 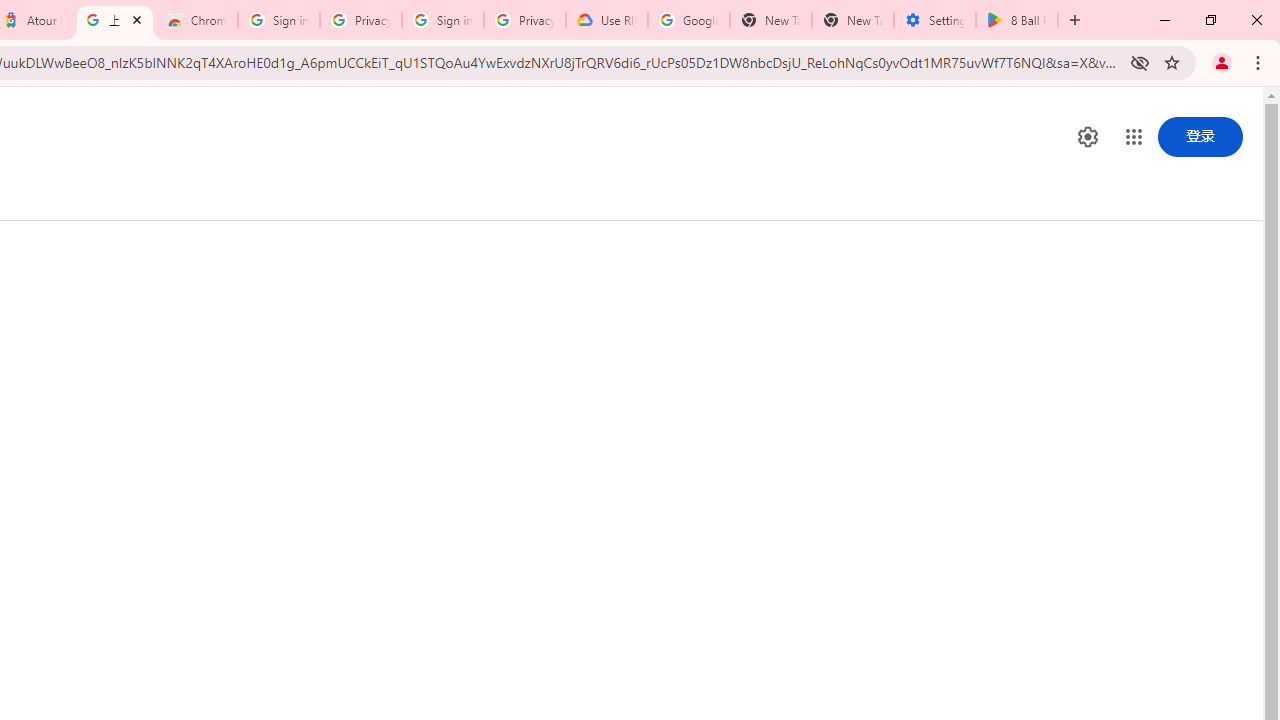 I want to click on 'Sign in - Google Accounts', so click(x=278, y=20).